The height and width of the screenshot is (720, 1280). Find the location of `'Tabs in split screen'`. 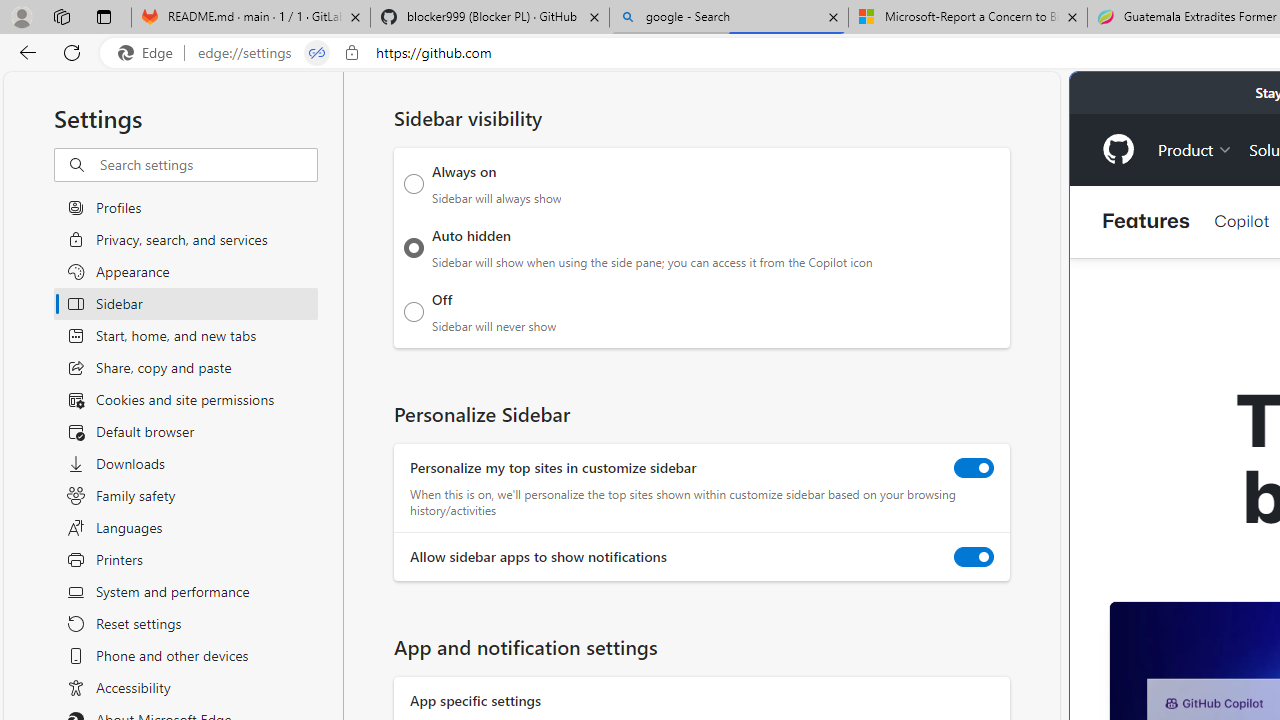

'Tabs in split screen' is located at coordinates (316, 52).